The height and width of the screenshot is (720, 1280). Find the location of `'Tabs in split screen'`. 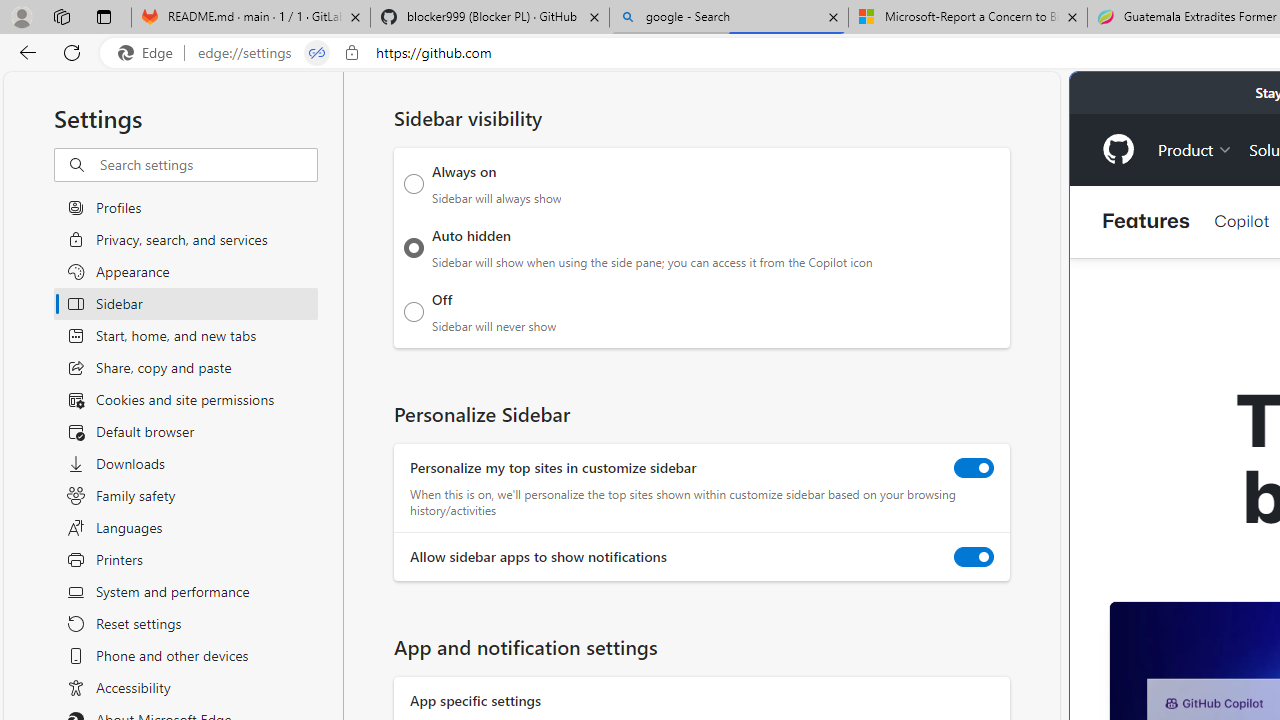

'Tabs in split screen' is located at coordinates (316, 52).